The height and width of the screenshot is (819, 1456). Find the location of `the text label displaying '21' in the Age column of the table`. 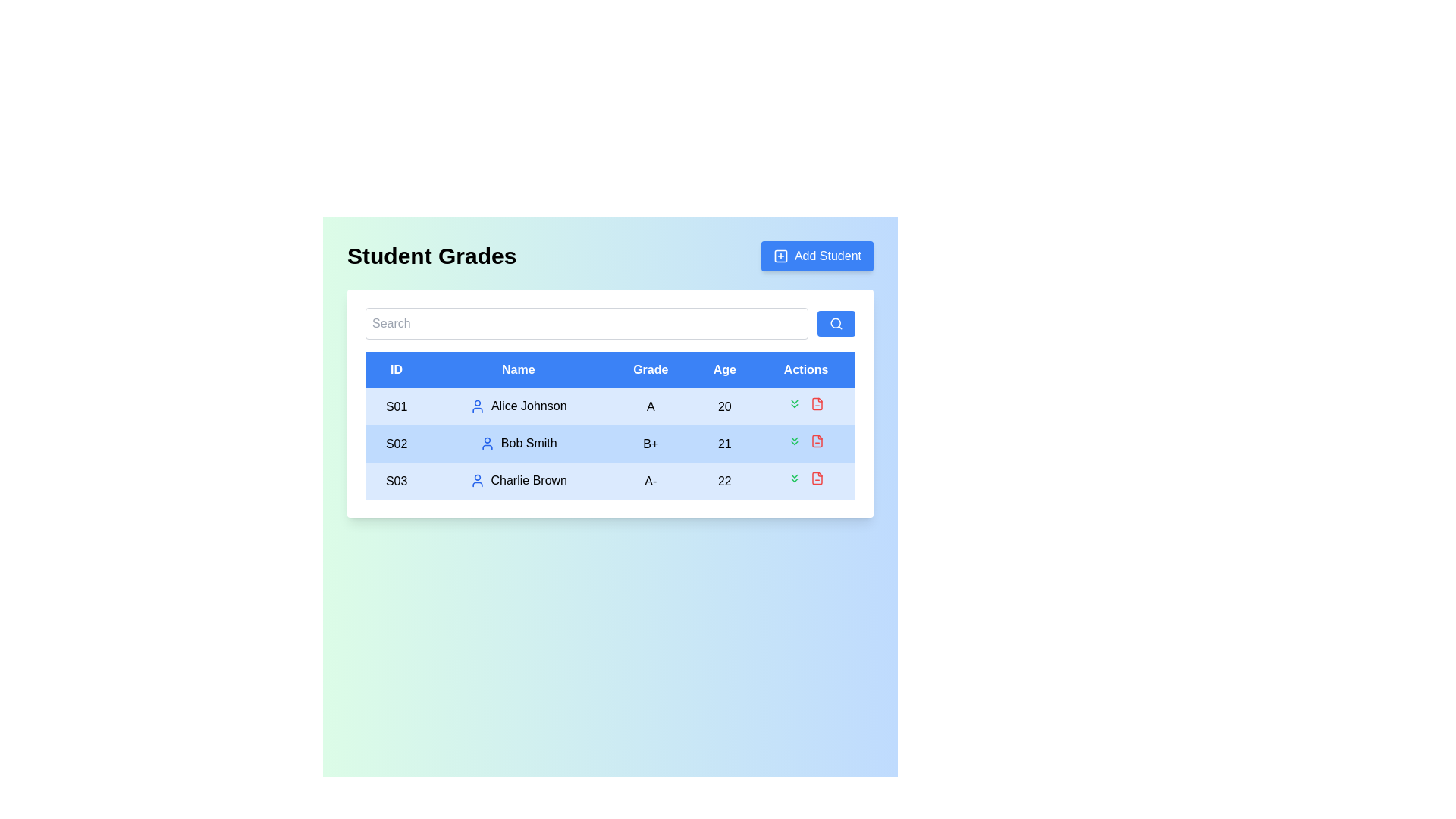

the text label displaying '21' in the Age column of the table is located at coordinates (723, 444).